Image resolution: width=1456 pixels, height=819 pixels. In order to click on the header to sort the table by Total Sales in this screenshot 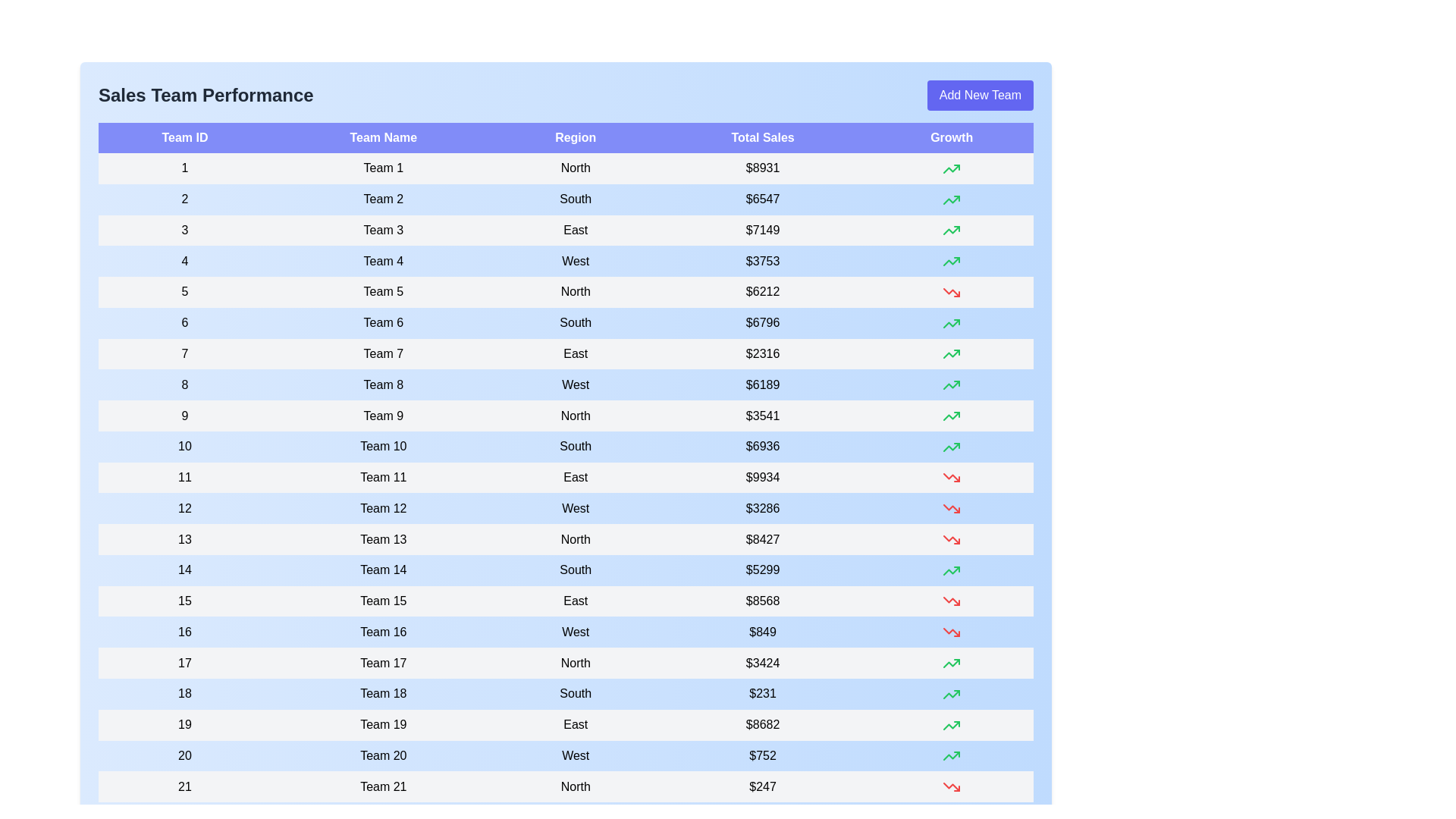, I will do `click(763, 137)`.